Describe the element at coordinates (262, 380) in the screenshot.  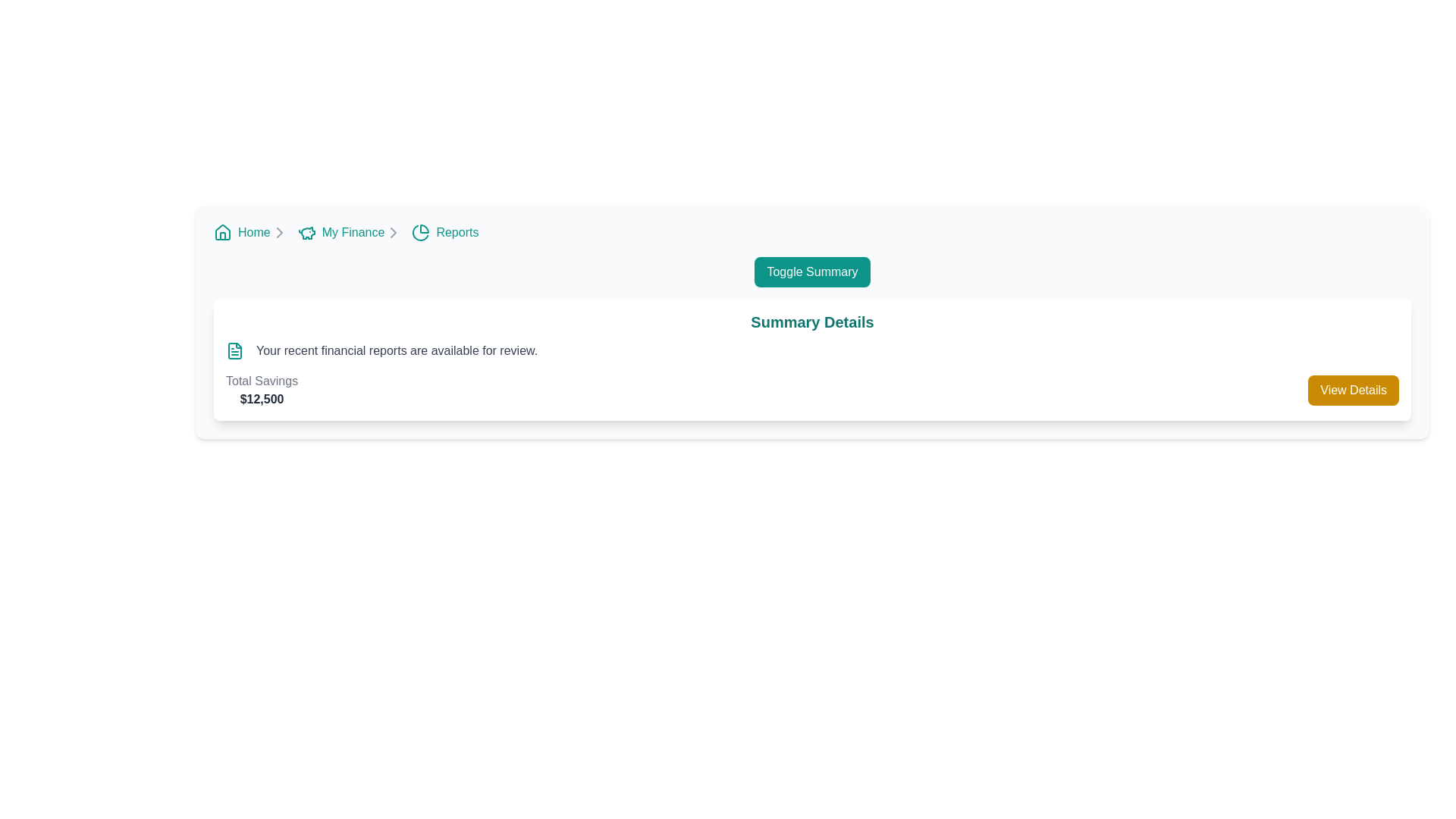
I see `the 'Total Savings' label, which displays the phrase in gray font style, located above the '$12,500' monetary value label within the financial summary section` at that location.